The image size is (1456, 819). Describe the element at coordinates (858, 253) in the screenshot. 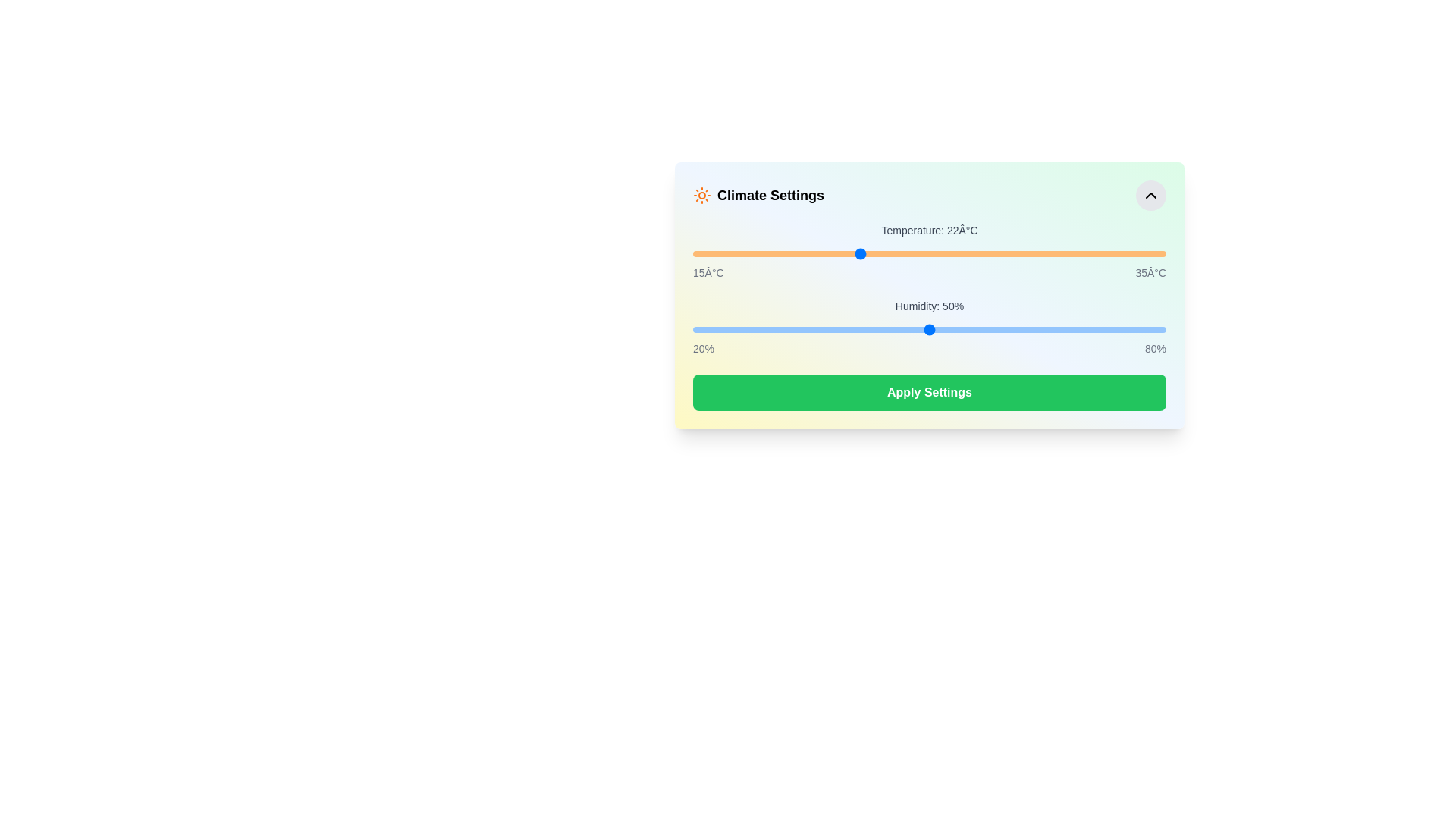

I see `the temperature` at that location.